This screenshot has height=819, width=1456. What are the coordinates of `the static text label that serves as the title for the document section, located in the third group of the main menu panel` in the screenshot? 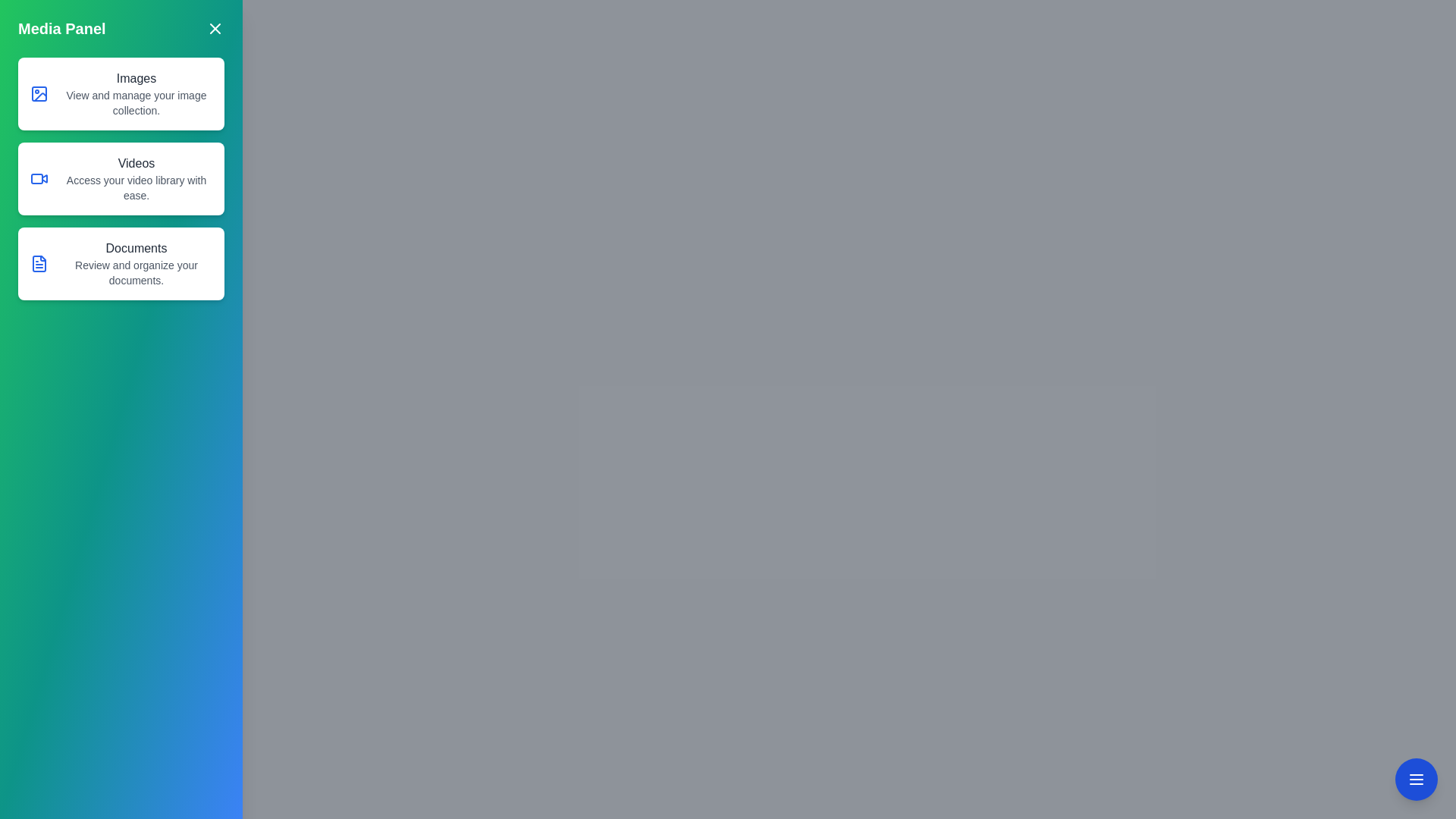 It's located at (136, 247).